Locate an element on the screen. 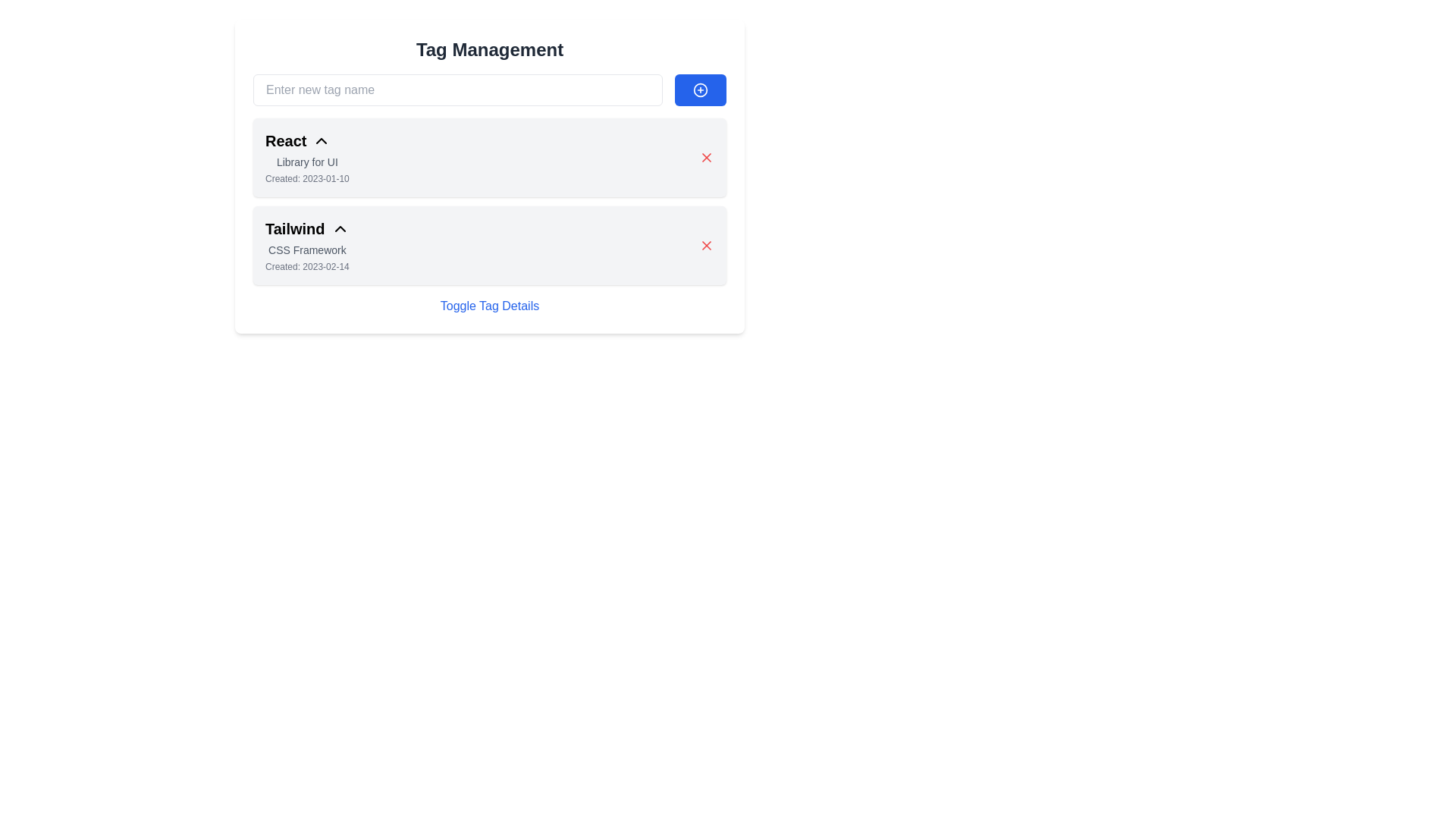 This screenshot has height=819, width=1456. the text label 'Library for UI', which is displayed in gray color and is positioned below the title 'React' is located at coordinates (306, 162).